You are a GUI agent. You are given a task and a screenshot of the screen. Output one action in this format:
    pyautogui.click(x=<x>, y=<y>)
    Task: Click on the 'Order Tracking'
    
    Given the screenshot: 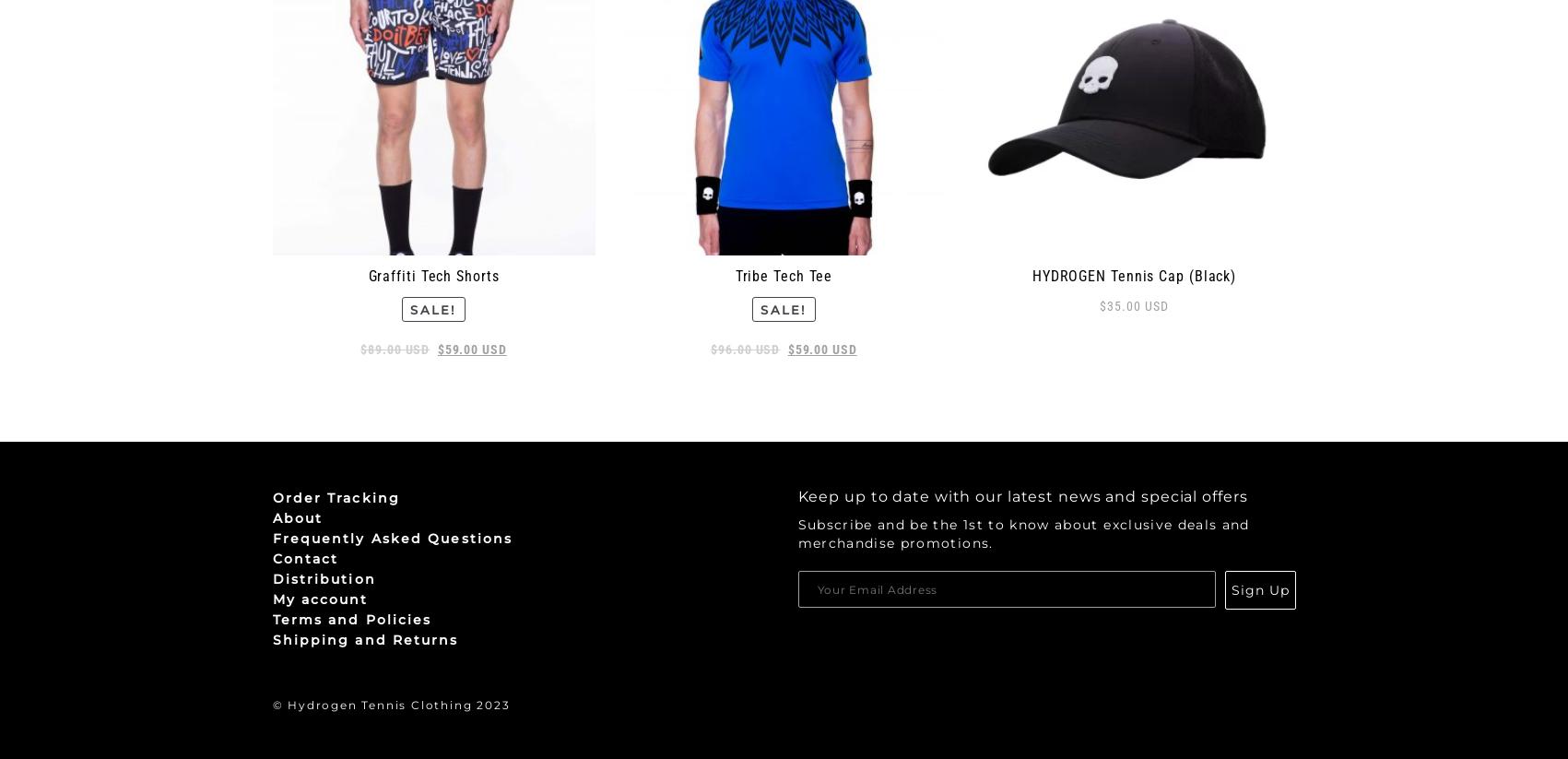 What is the action you would take?
    pyautogui.click(x=336, y=496)
    